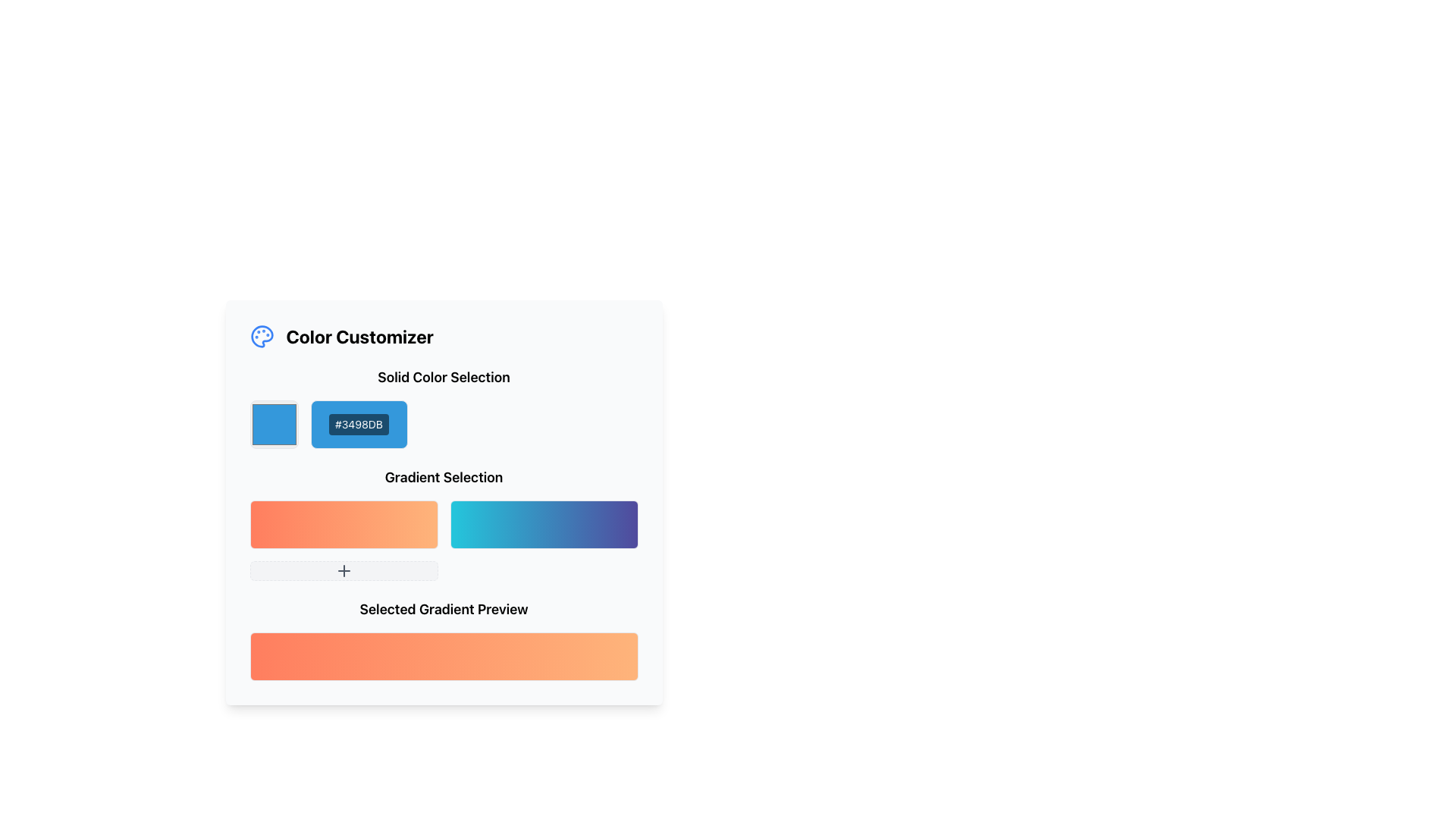 The width and height of the screenshot is (1456, 819). I want to click on the color code display label, which is the second component in the horizontal group under the 'Solid Color Selection' heading, located immediately to the right of the square color sample swatch, so click(358, 424).